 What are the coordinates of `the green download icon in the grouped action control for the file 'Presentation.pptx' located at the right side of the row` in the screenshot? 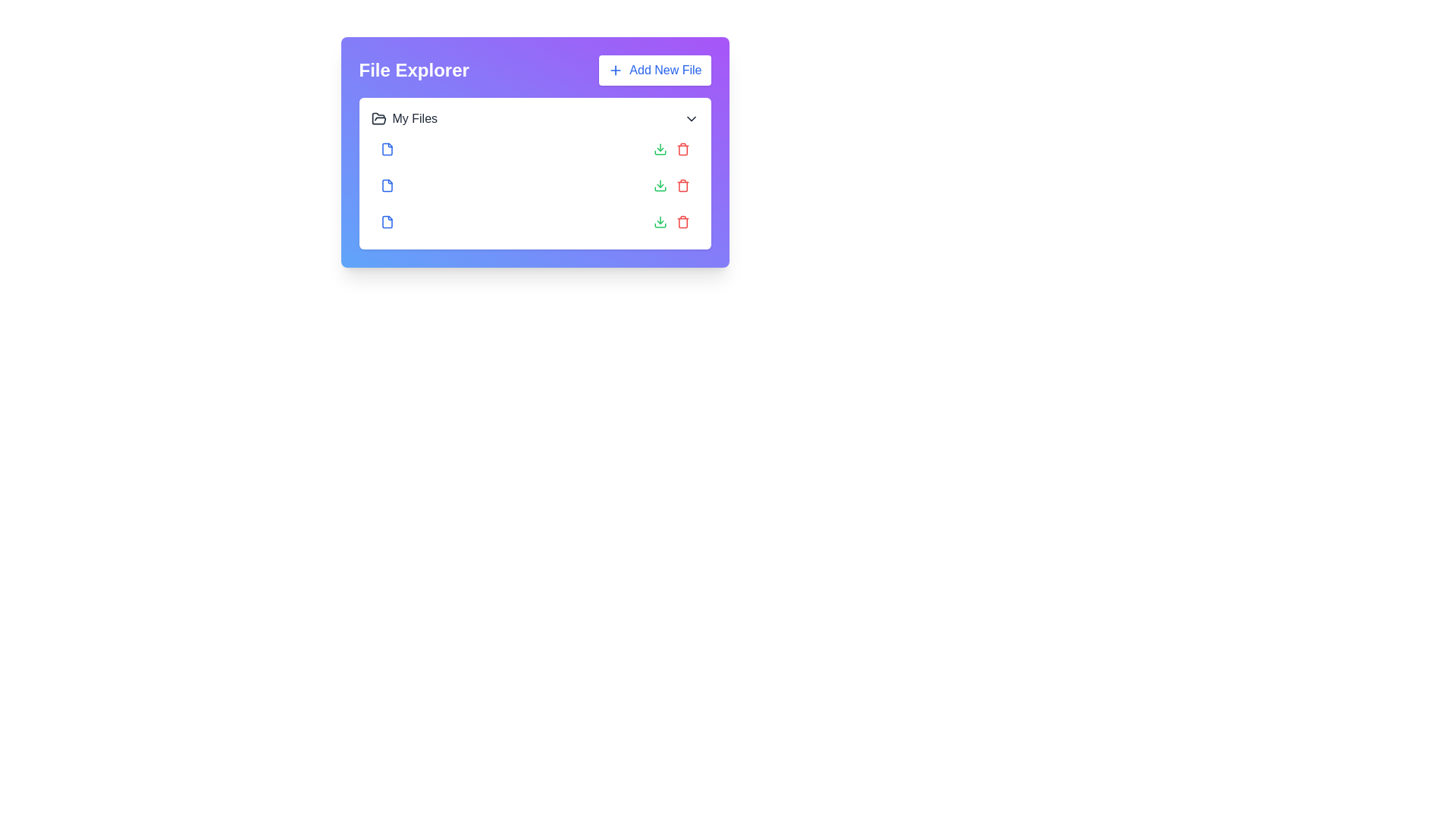 It's located at (670, 222).